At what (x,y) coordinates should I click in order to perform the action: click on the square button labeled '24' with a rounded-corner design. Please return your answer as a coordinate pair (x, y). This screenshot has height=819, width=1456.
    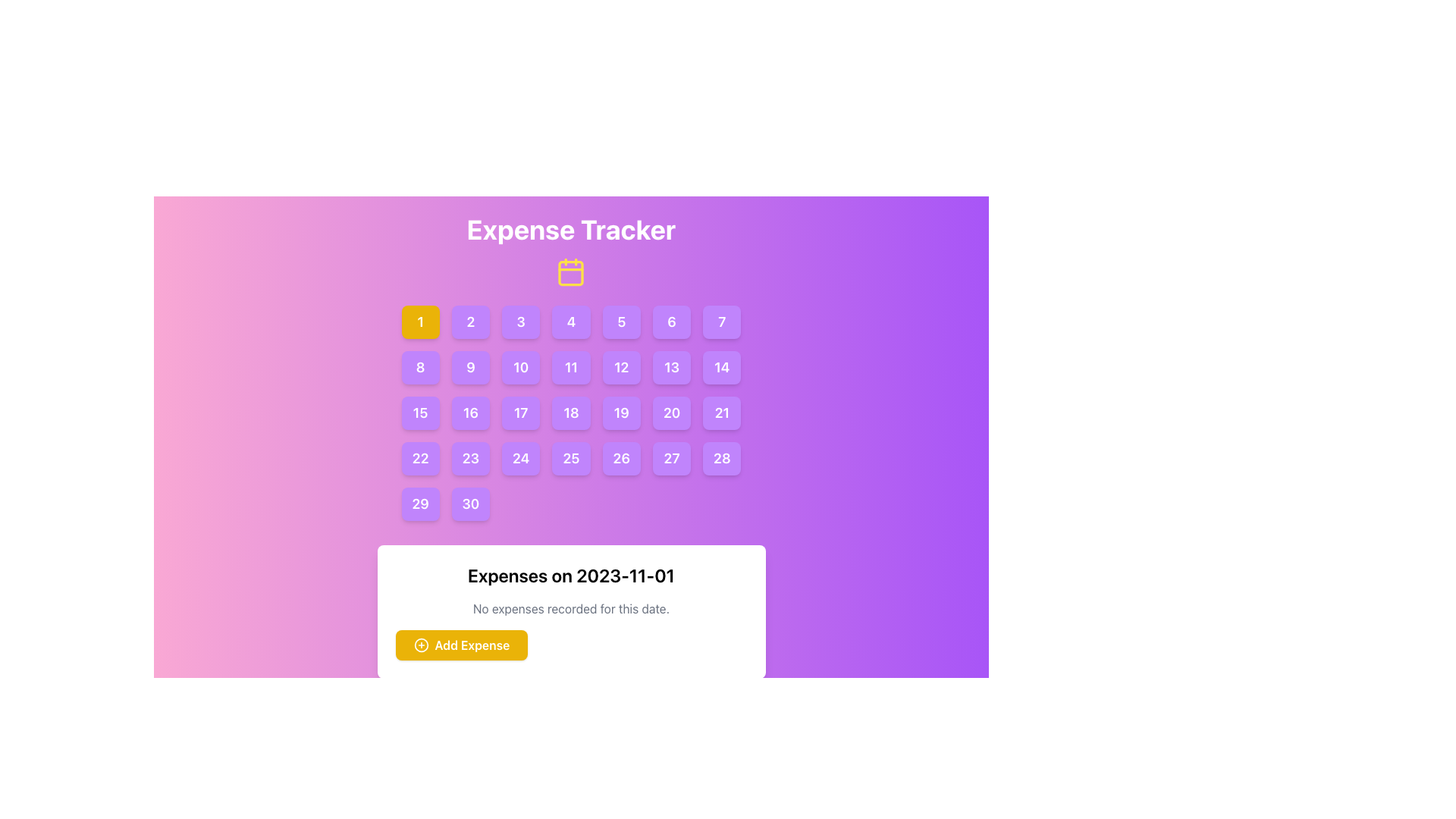
    Looking at the image, I should click on (521, 458).